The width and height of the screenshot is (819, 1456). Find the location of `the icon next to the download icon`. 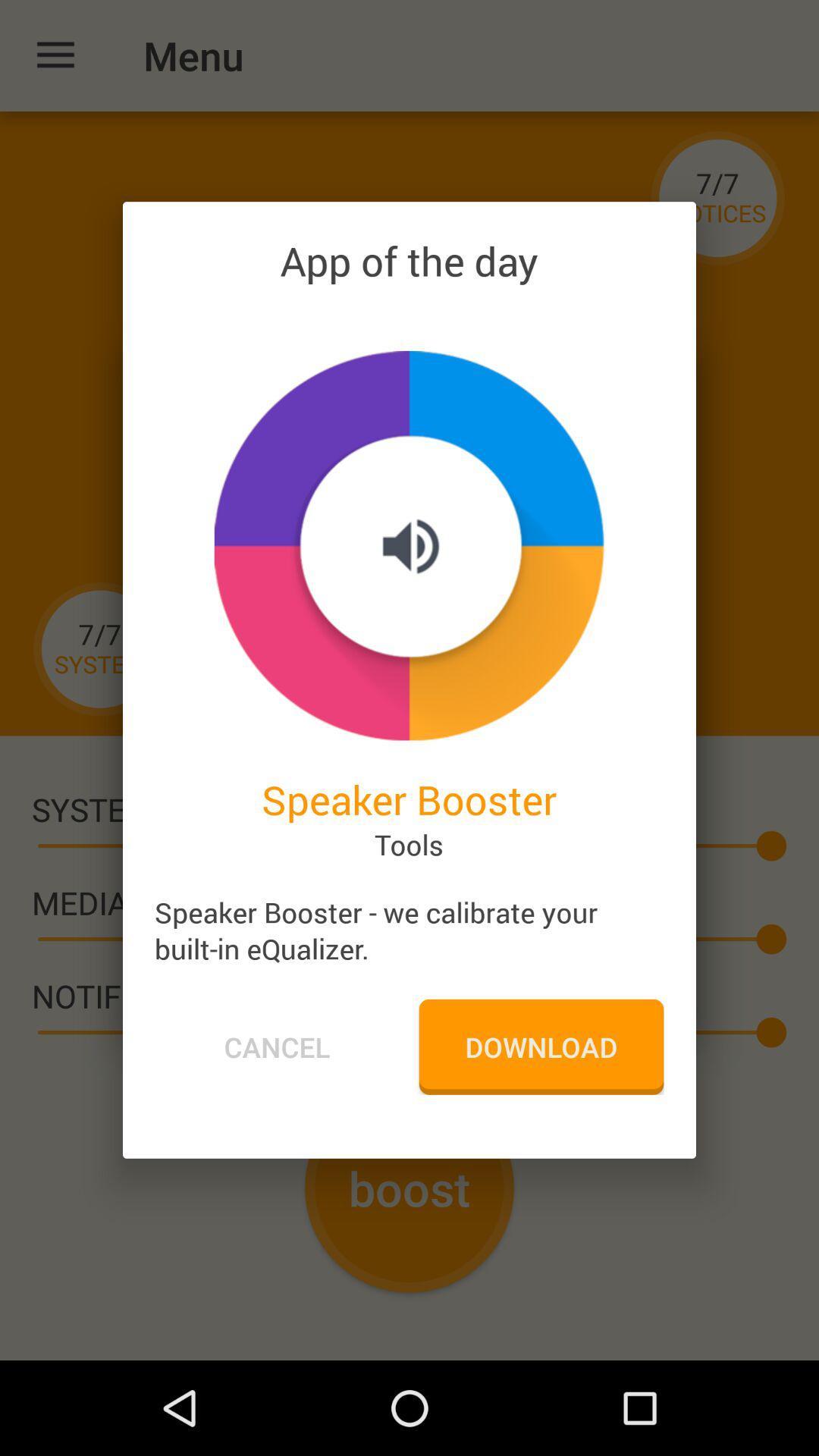

the icon next to the download icon is located at coordinates (277, 1046).